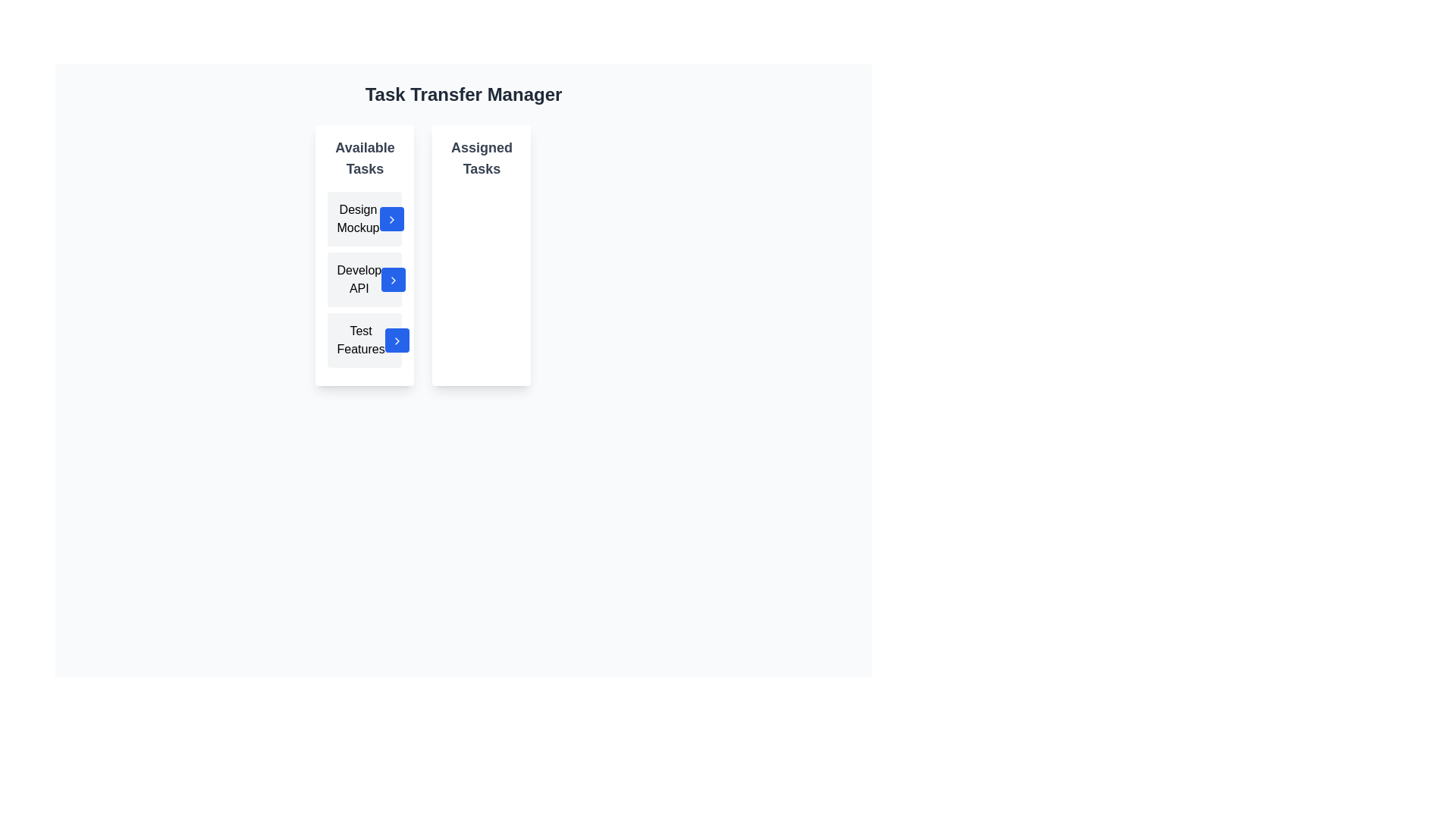  Describe the element at coordinates (365, 339) in the screenshot. I see `to select the task named 'Test Features' from the list of available tasks` at that location.